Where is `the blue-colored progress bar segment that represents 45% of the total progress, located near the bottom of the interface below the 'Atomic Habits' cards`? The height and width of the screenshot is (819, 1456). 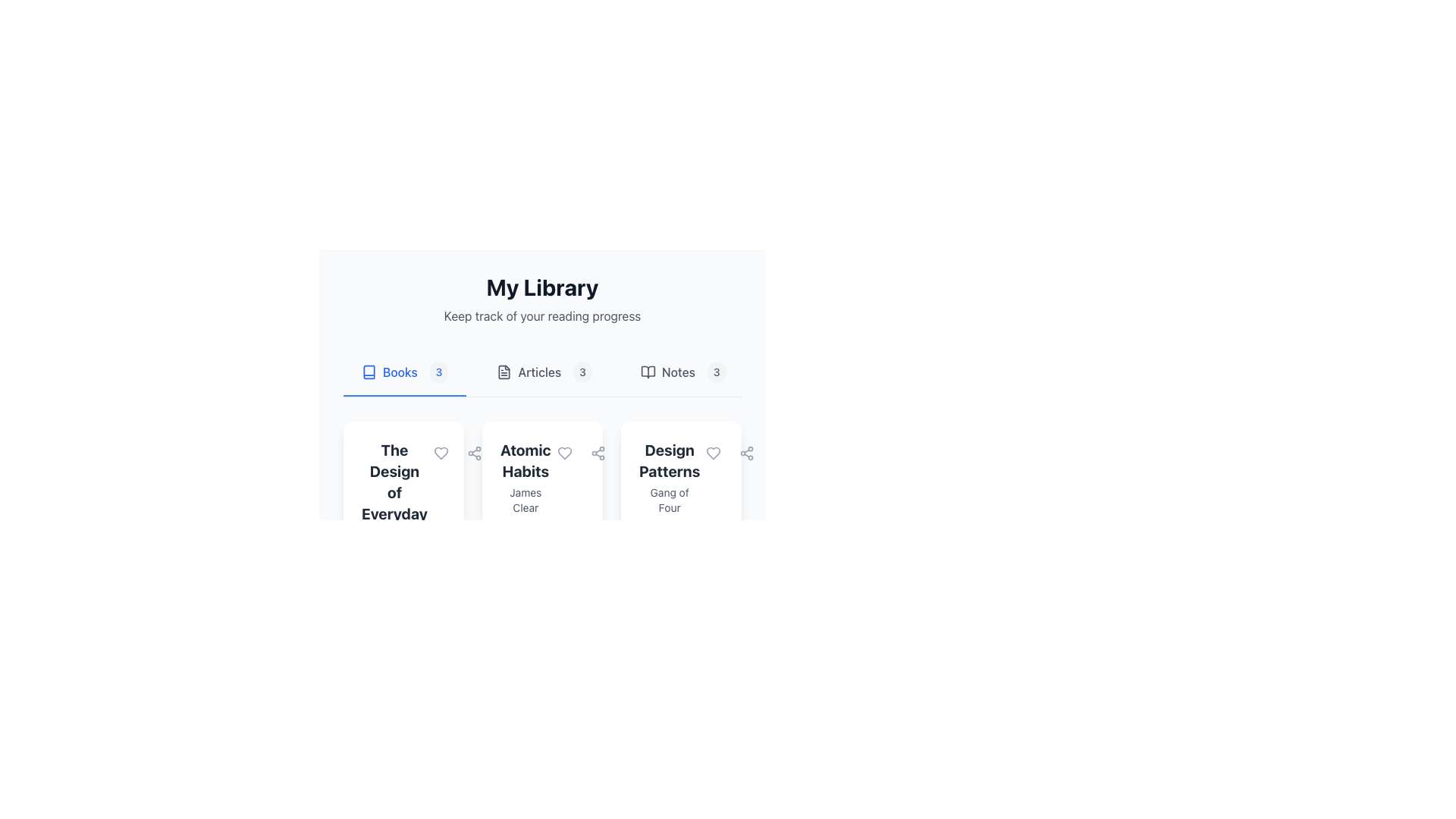
the blue-colored progress bar segment that represents 45% of the total progress, located near the bottom of the interface below the 'Atomic Habits' cards is located at coordinates (519, 552).